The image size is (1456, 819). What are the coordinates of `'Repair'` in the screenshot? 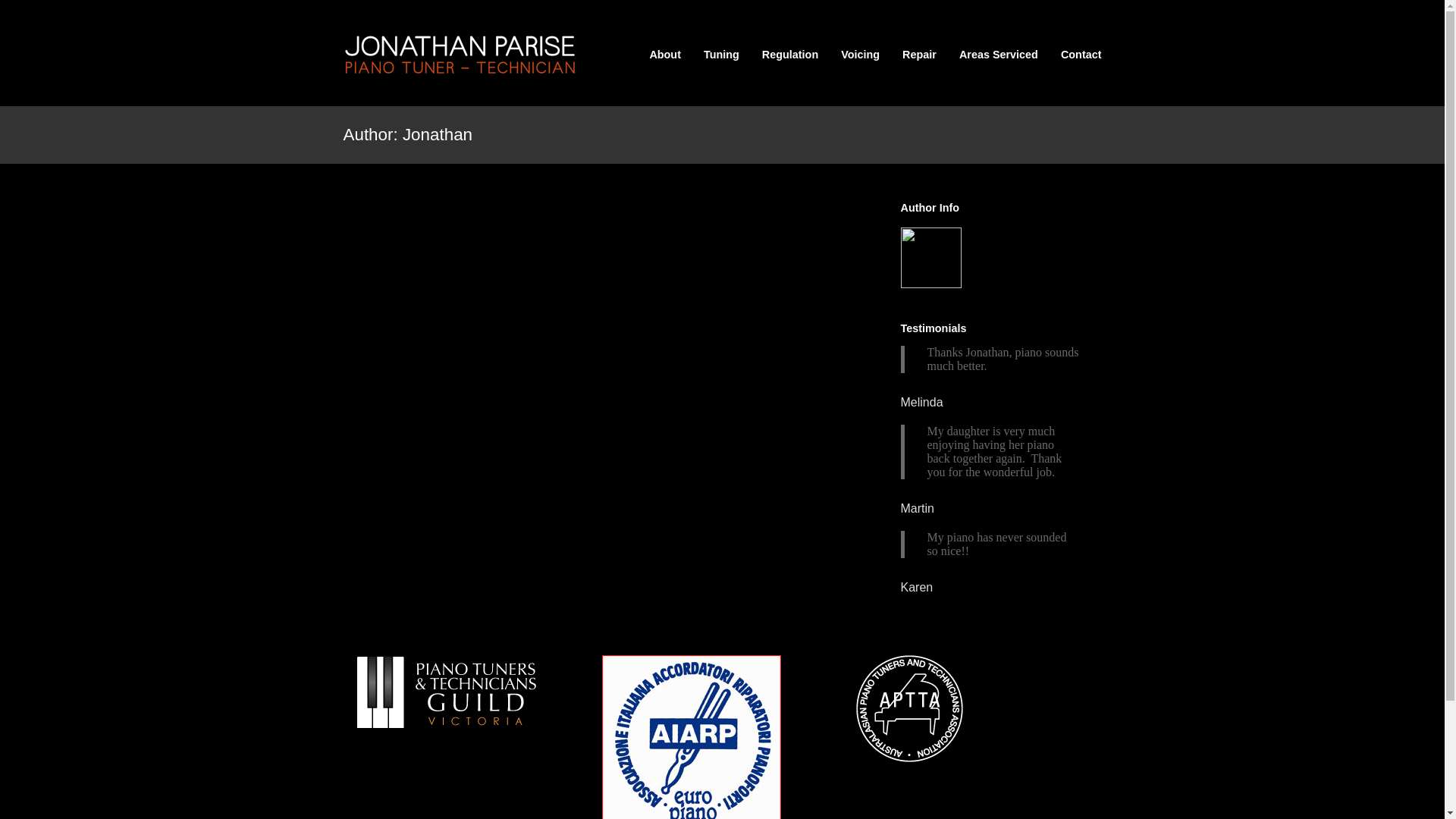 It's located at (902, 54).